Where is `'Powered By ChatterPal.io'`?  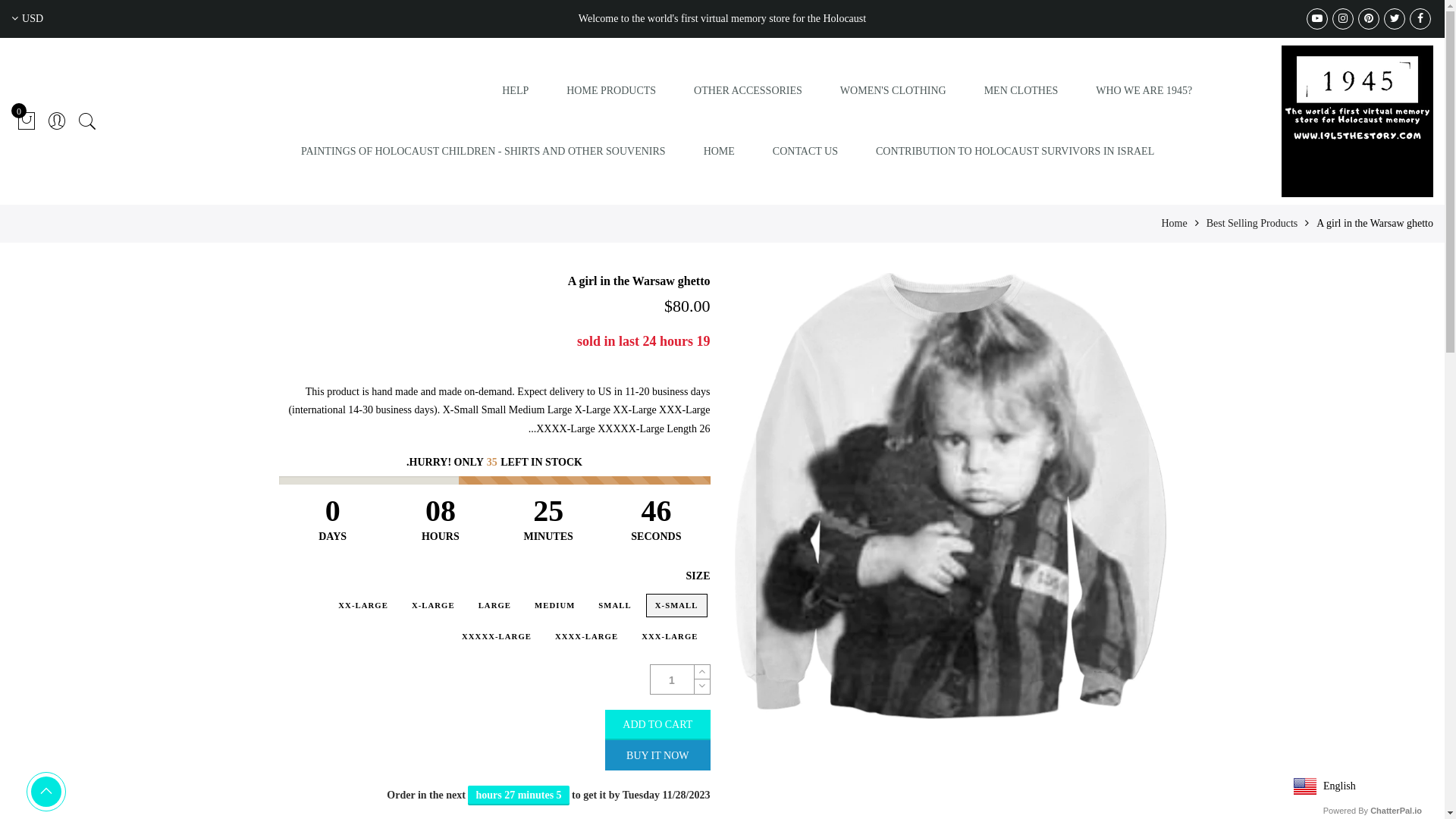
'Powered By ChatterPal.io' is located at coordinates (1372, 809).